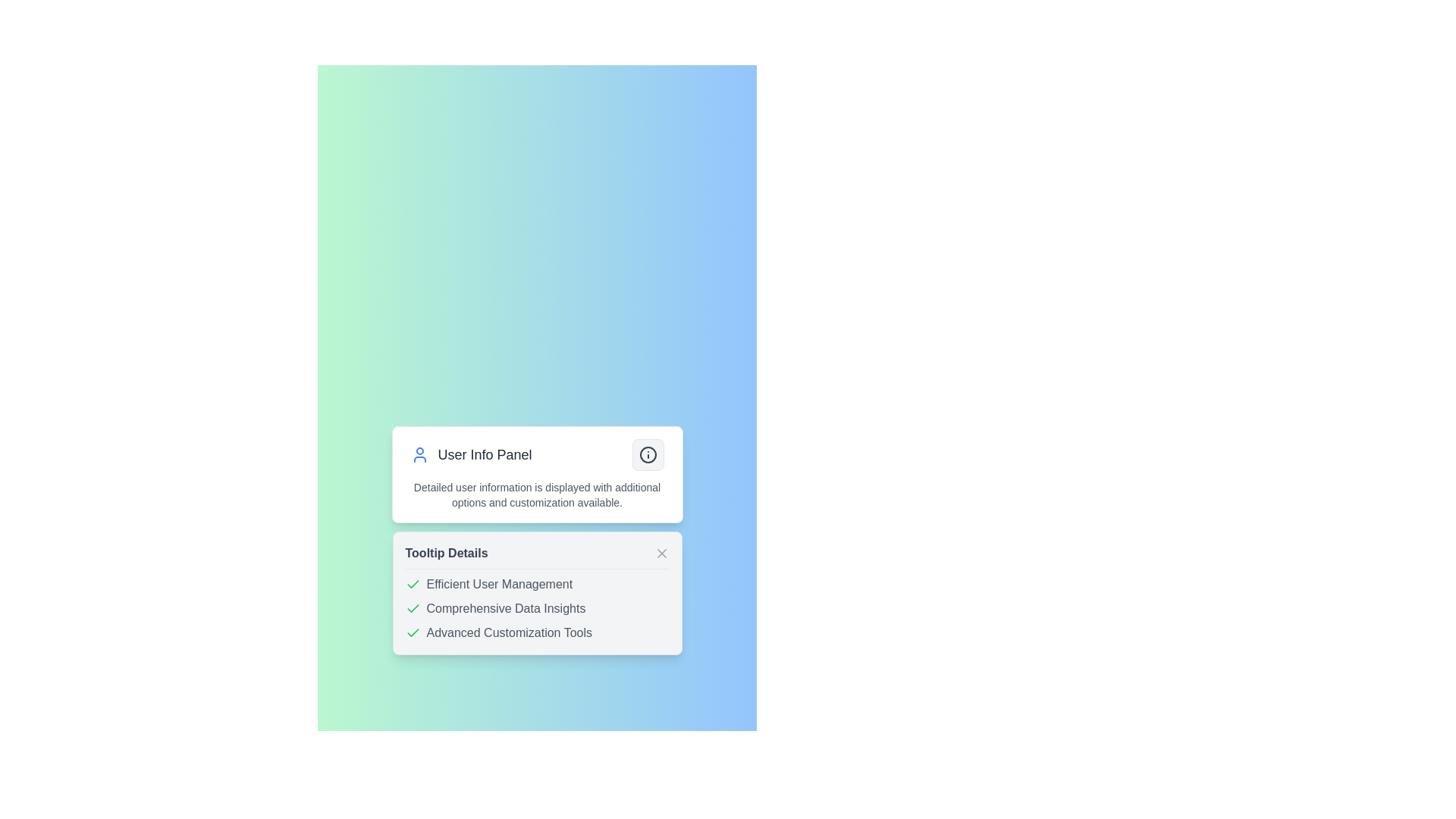  I want to click on the third list item labeled 'Advanced Customization Tools' in the 'Tooltip Details' dialog box, so click(537, 632).